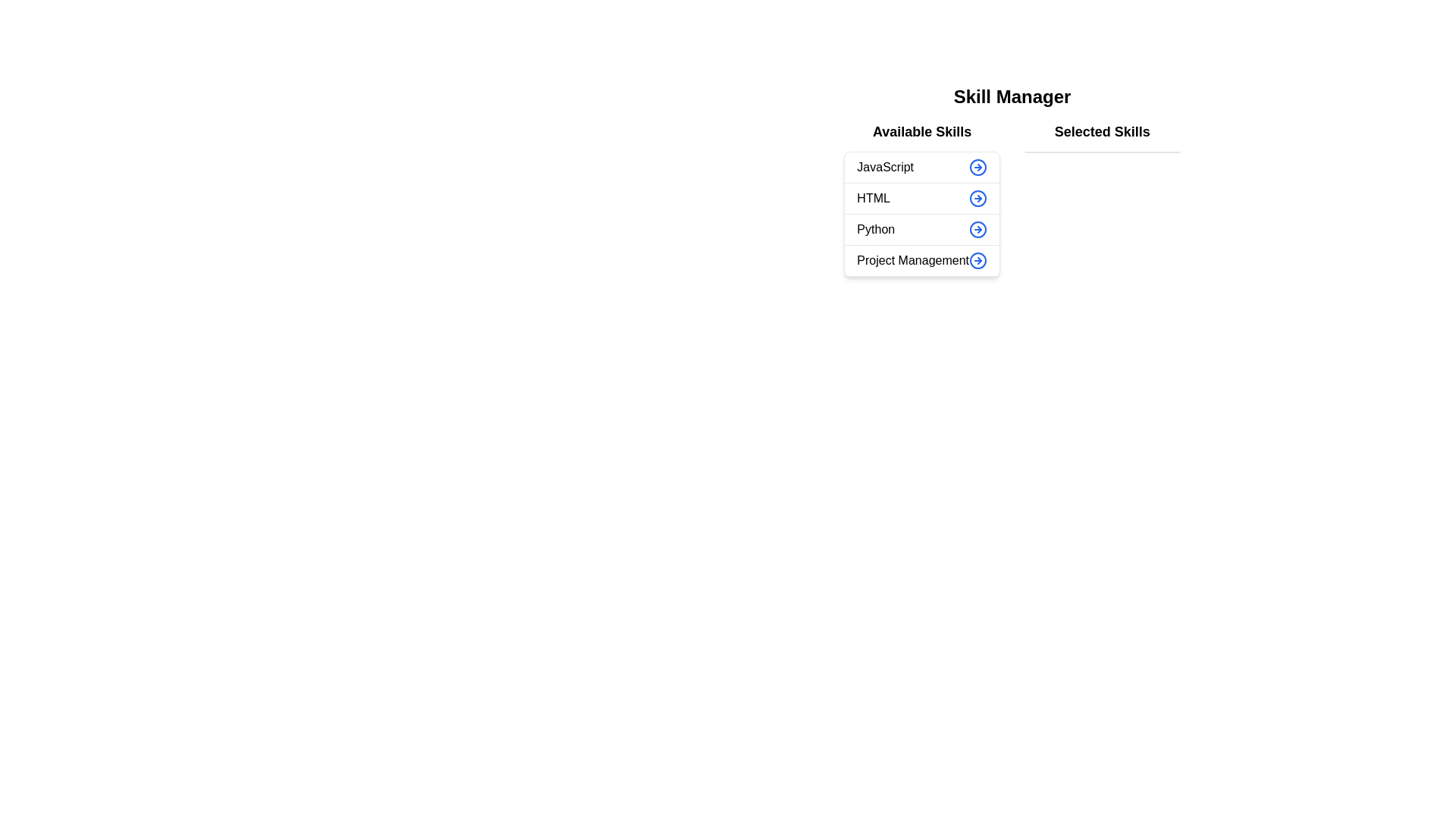  I want to click on the button corresponding to the skill JavaScript, so click(978, 167).